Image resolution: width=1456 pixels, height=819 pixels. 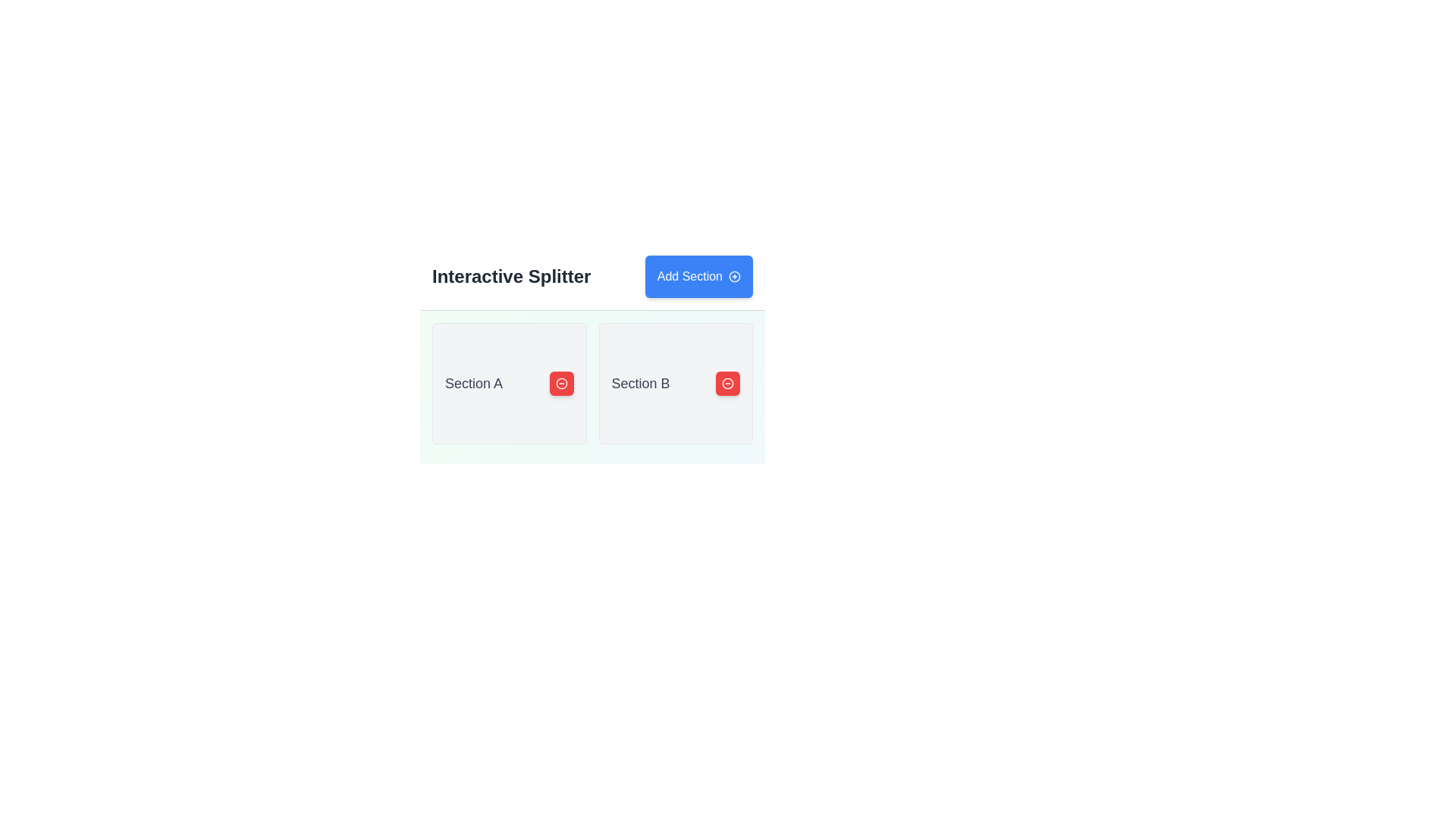 I want to click on the Circle element within the circle-minus icon of 'Section A', so click(x=728, y=382).